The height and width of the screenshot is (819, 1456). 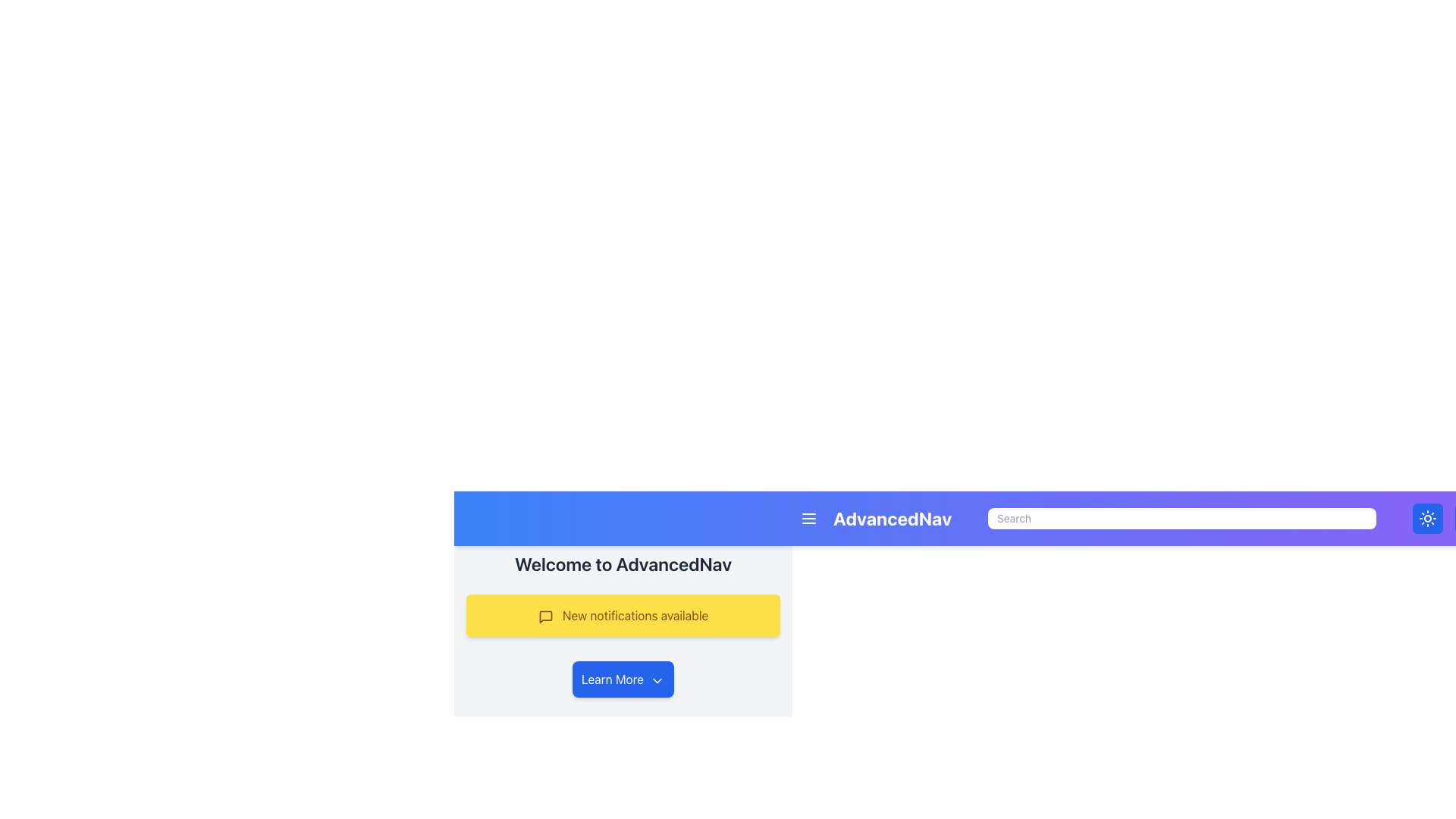 I want to click on the notification message text saying 'New notifications available,' which has a yellow background and dark yellow text, located above the 'Learn More' button, so click(x=623, y=616).